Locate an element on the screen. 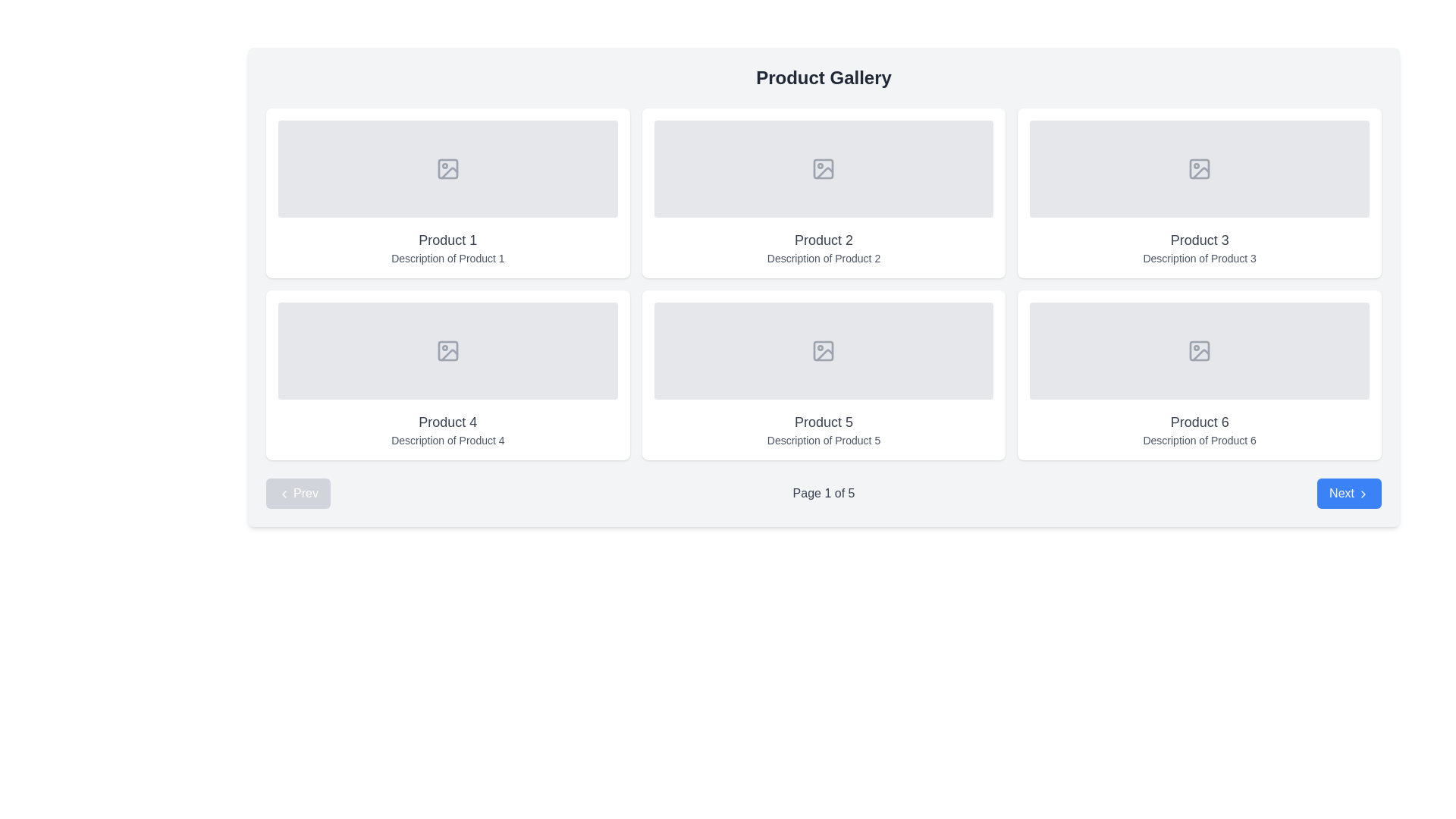  the pagination control button located on the far right of the navigation bar is located at coordinates (1349, 494).